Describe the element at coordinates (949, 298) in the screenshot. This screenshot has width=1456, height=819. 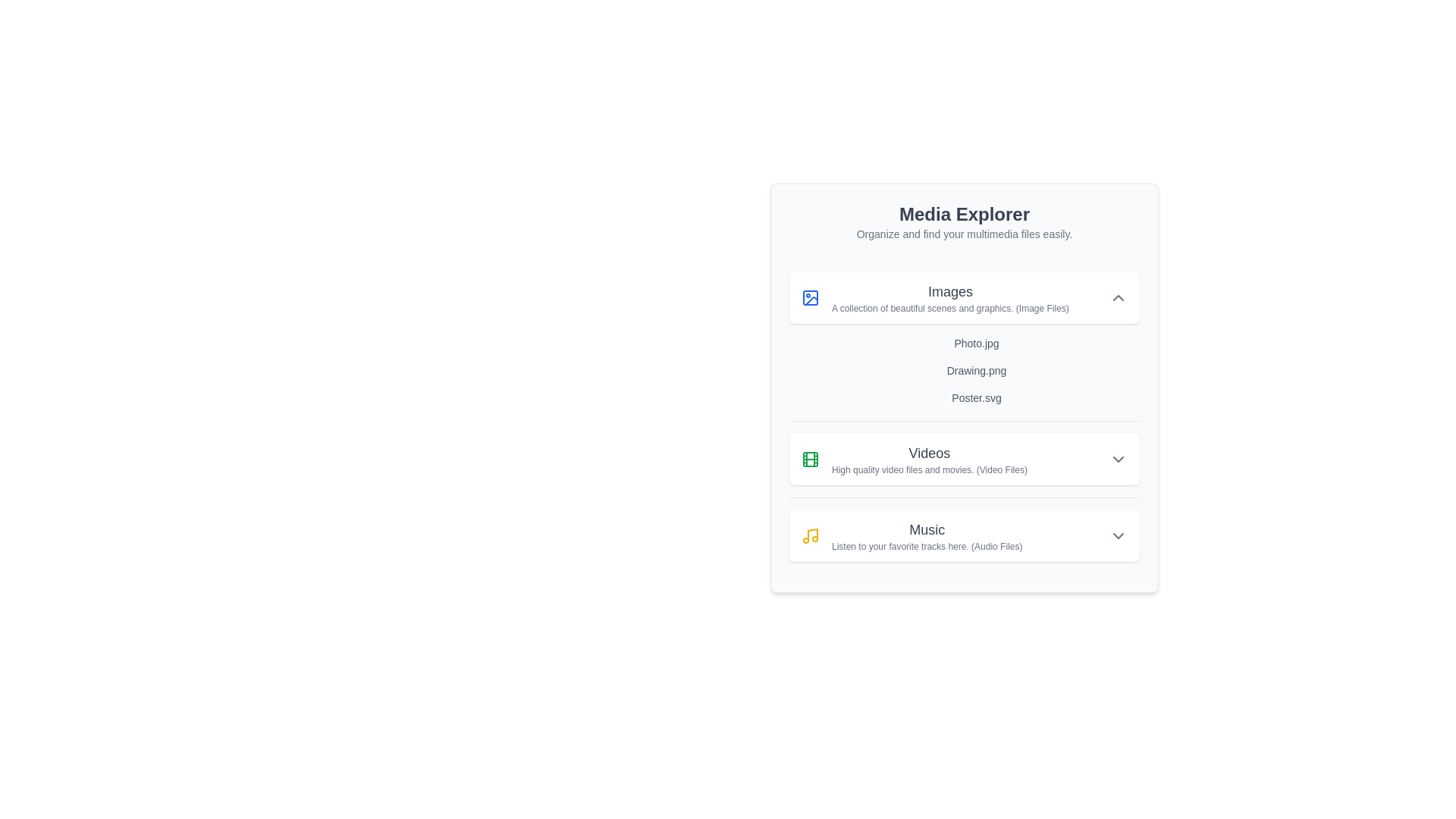
I see `the header 'Images' of the Text Label with Description` at that location.